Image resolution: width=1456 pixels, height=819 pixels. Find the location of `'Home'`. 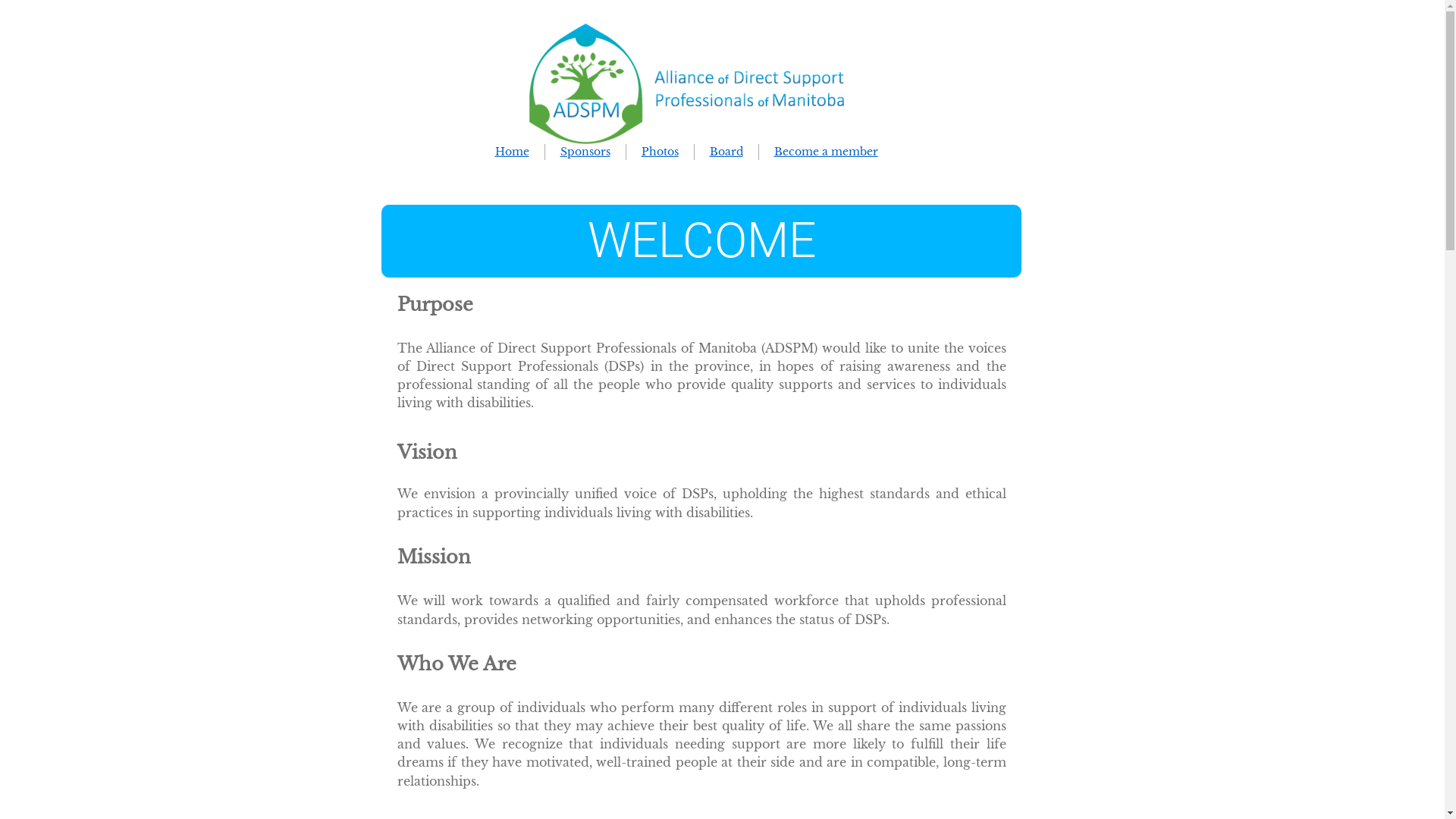

'Home' is located at coordinates (494, 152).